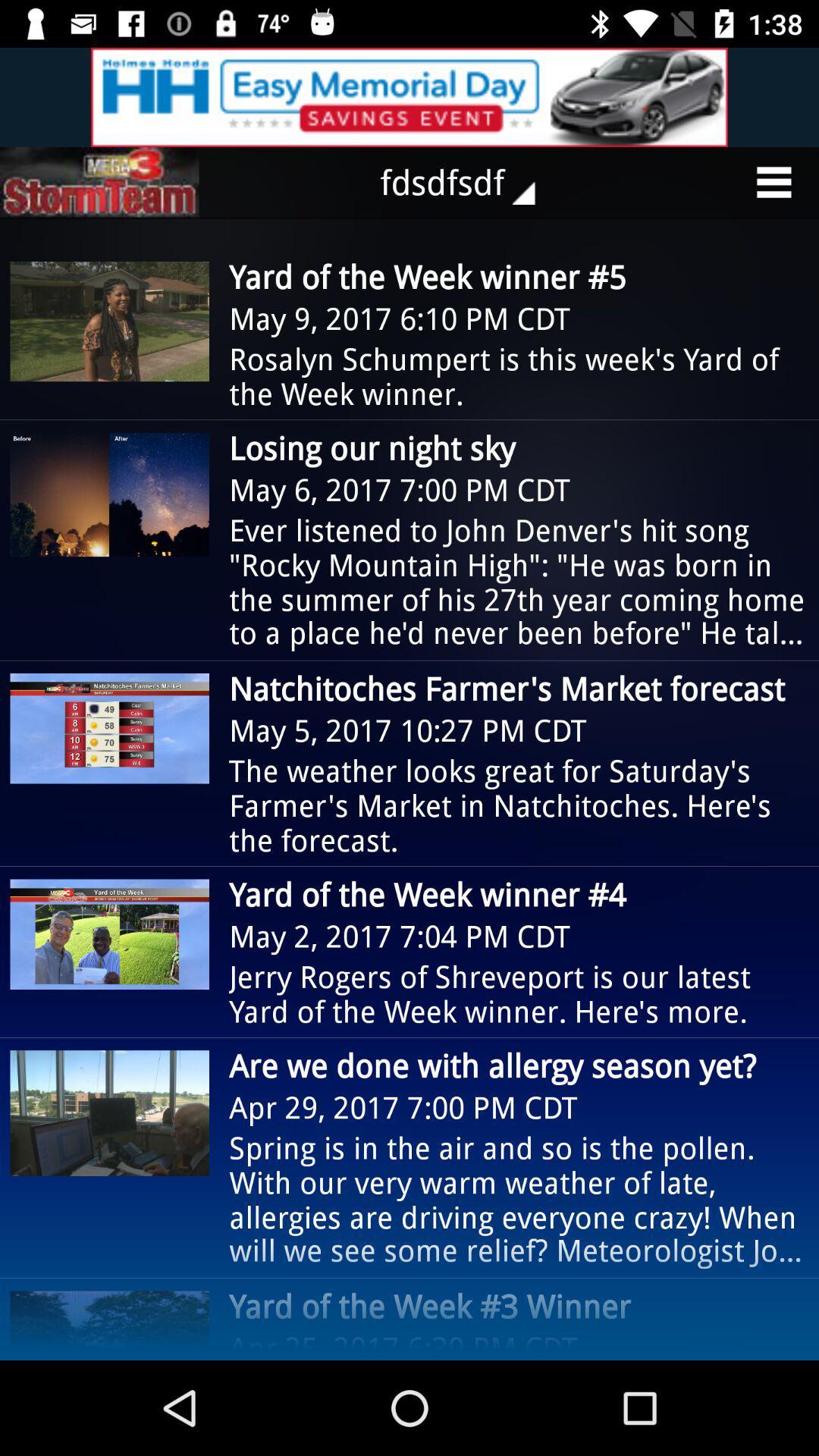 The image size is (819, 1456). Describe the element at coordinates (409, 96) in the screenshot. I see `choose this` at that location.